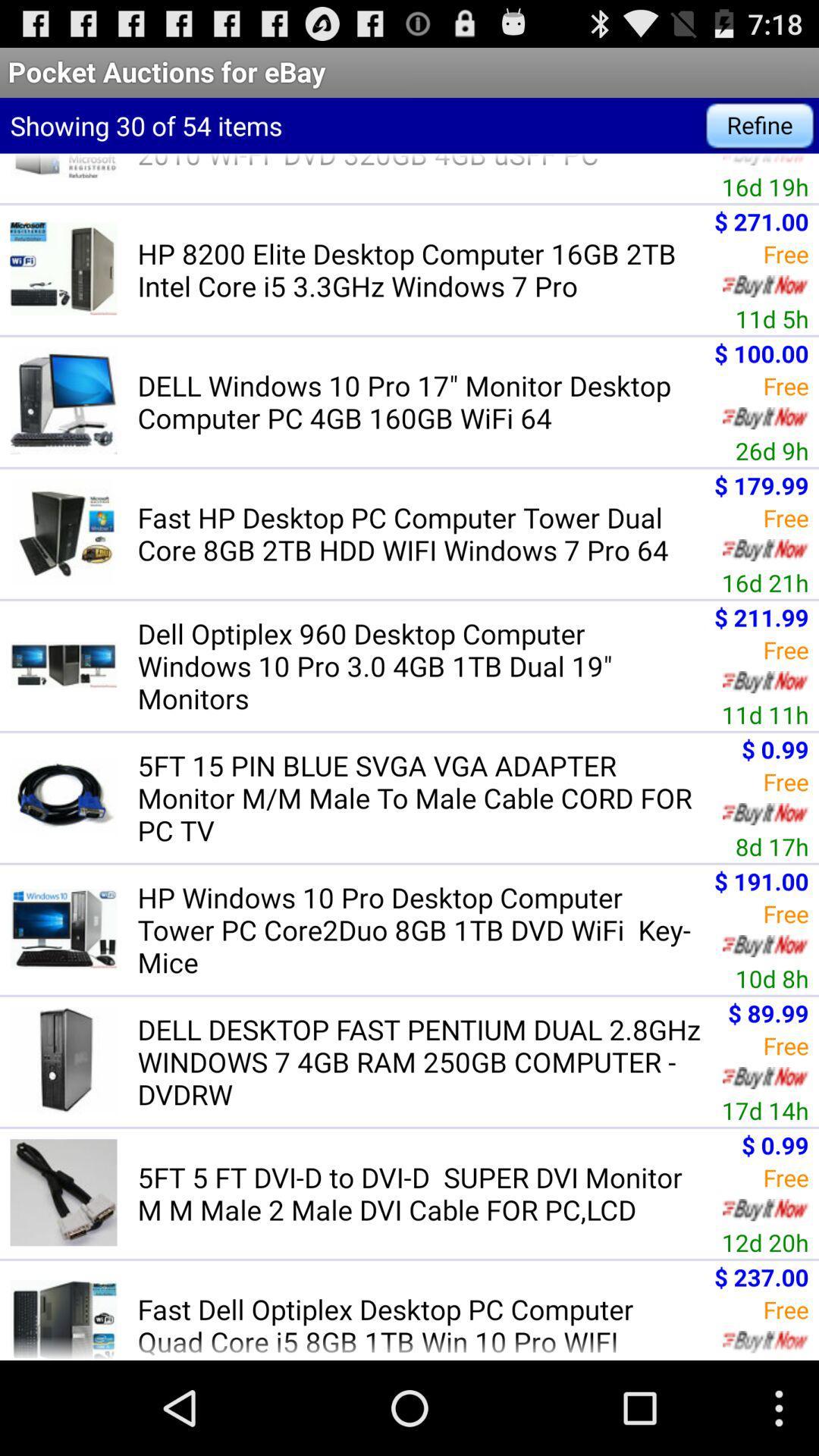  I want to click on icon to the right of hp windows 10, so click(772, 978).